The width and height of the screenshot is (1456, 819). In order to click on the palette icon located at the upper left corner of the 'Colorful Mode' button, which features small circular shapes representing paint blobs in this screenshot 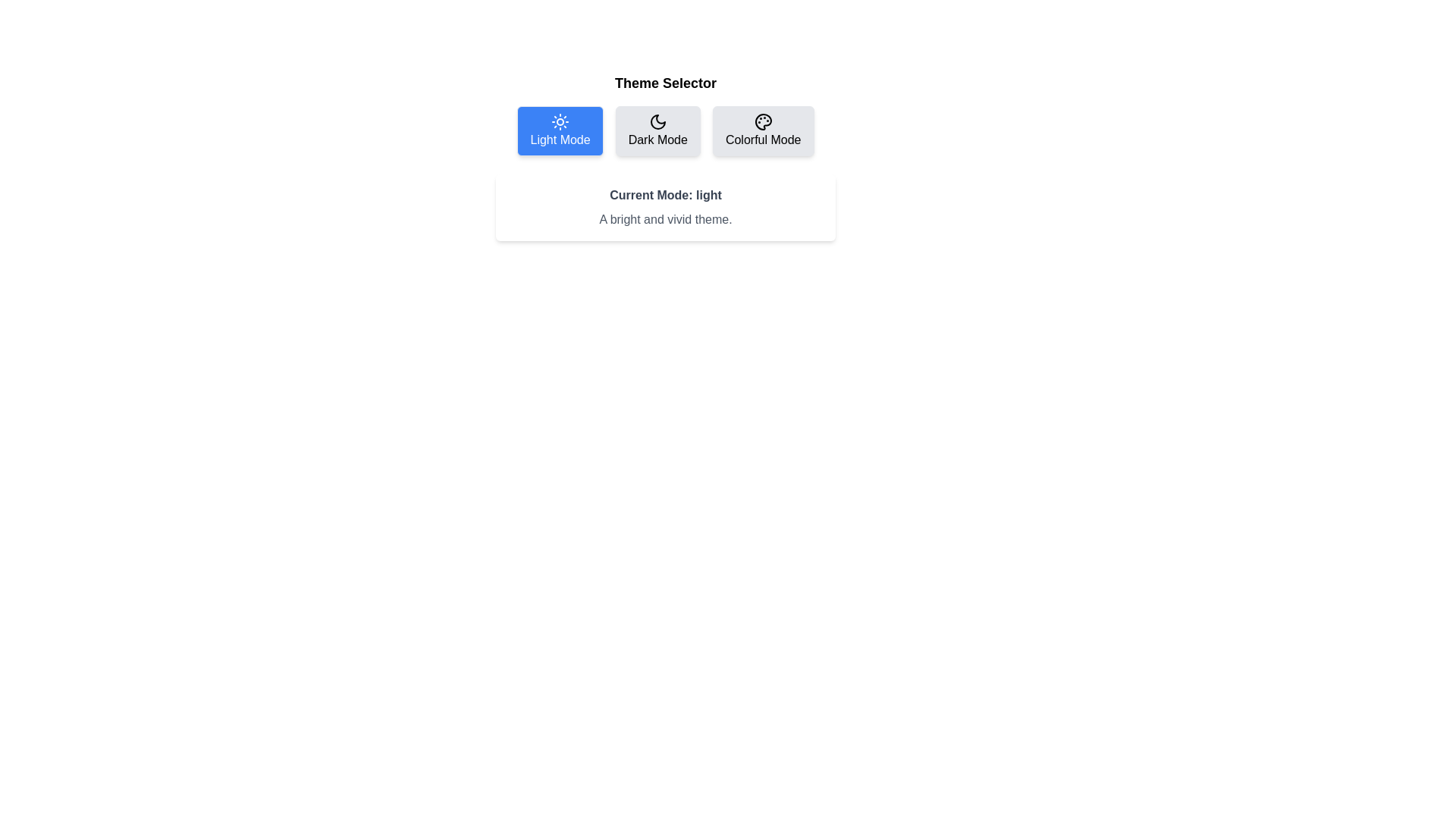, I will do `click(763, 121)`.